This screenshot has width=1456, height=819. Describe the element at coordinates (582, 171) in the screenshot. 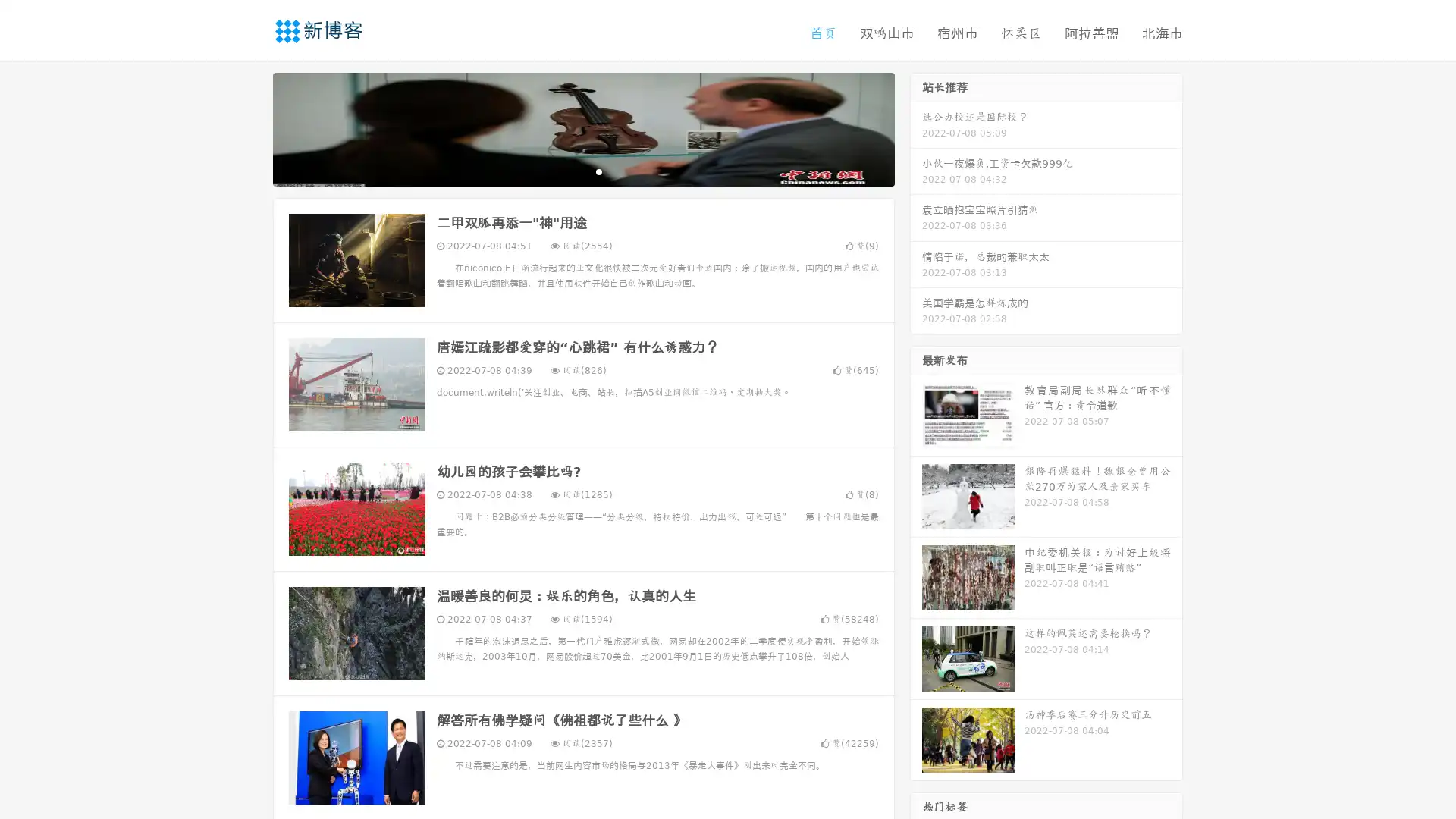

I see `Go to slide 2` at that location.